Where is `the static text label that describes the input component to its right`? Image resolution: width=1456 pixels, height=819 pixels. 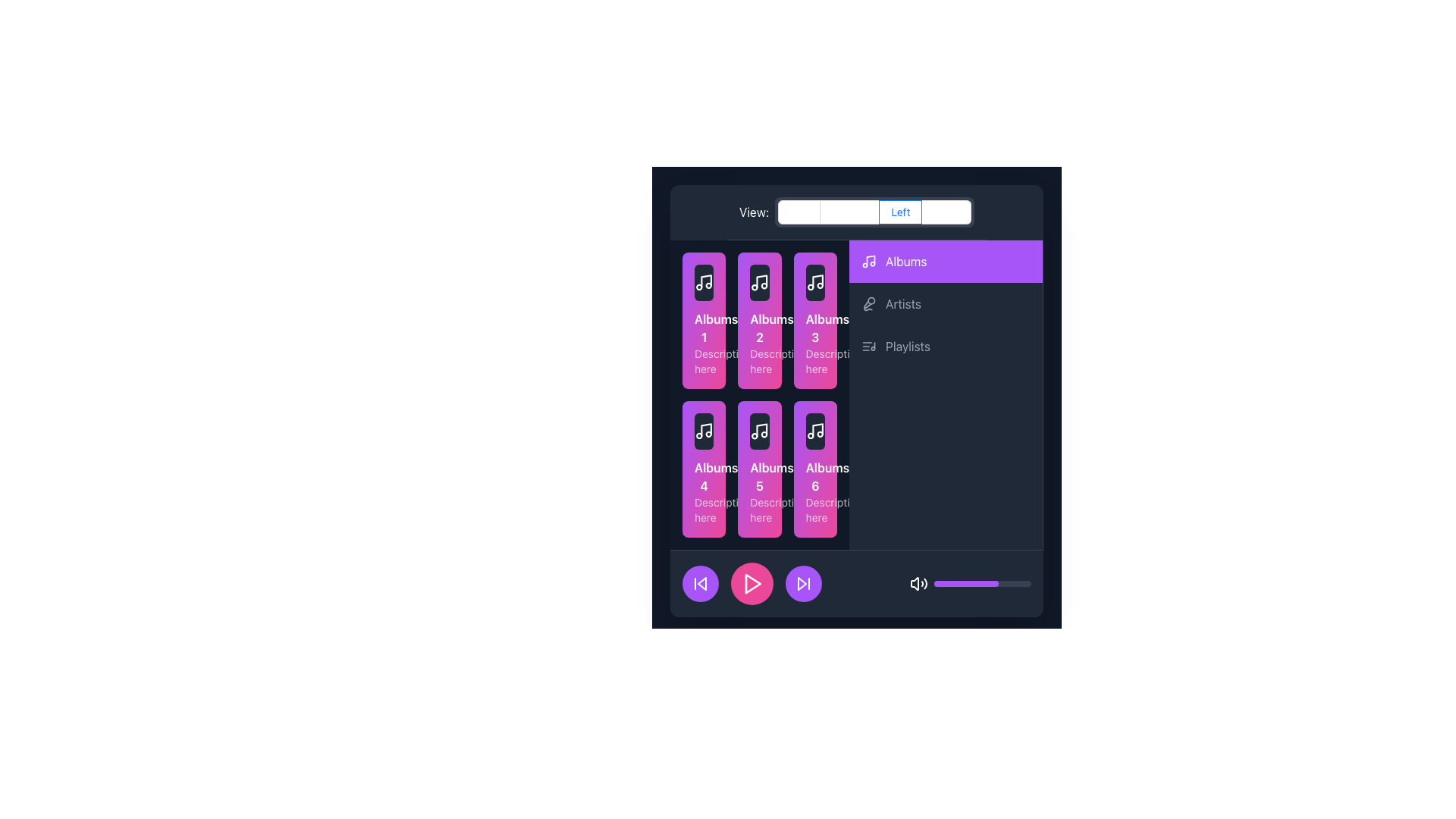 the static text label that describes the input component to its right is located at coordinates (754, 212).